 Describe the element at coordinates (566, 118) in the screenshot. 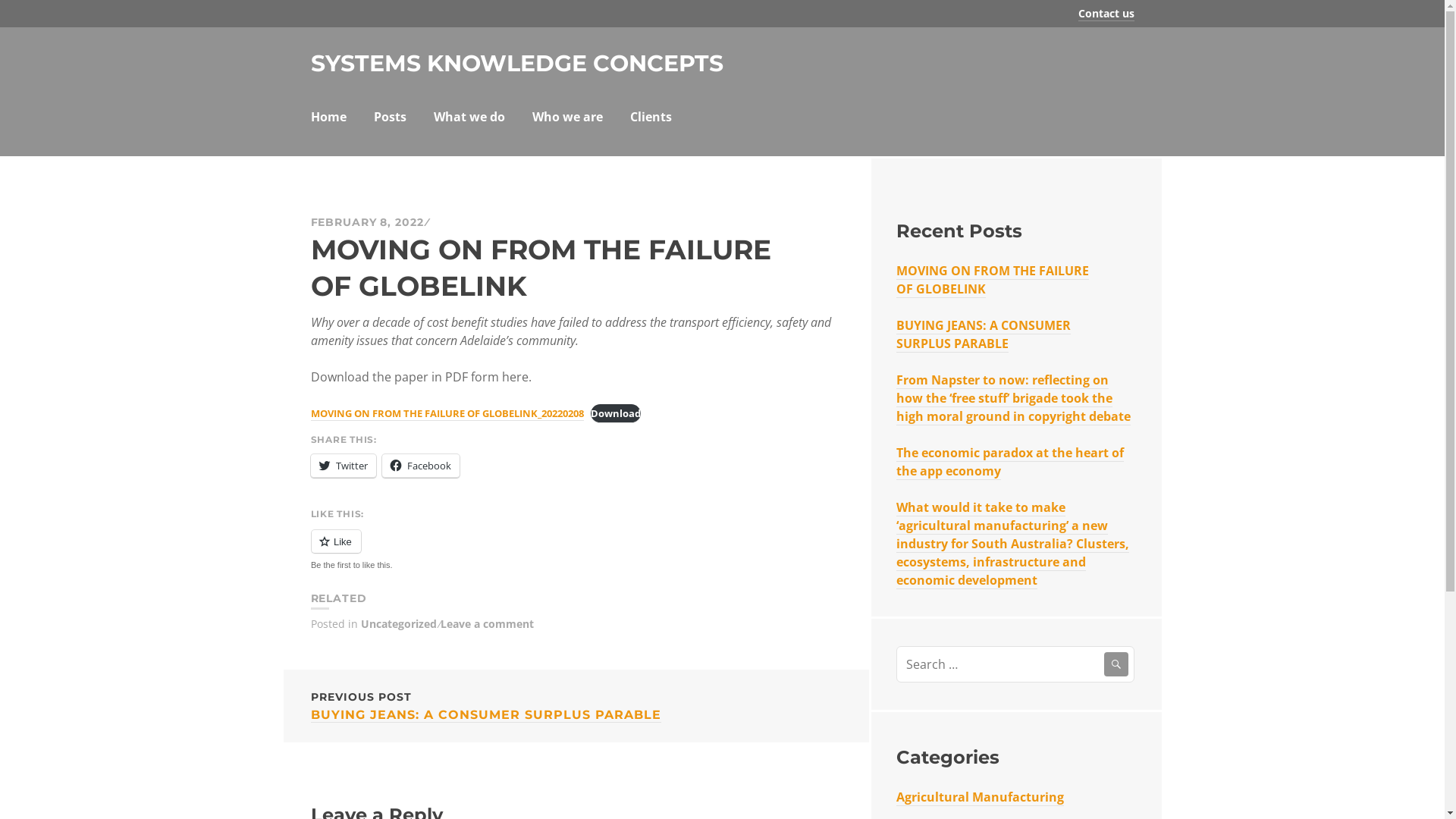

I see `'Who we are'` at that location.